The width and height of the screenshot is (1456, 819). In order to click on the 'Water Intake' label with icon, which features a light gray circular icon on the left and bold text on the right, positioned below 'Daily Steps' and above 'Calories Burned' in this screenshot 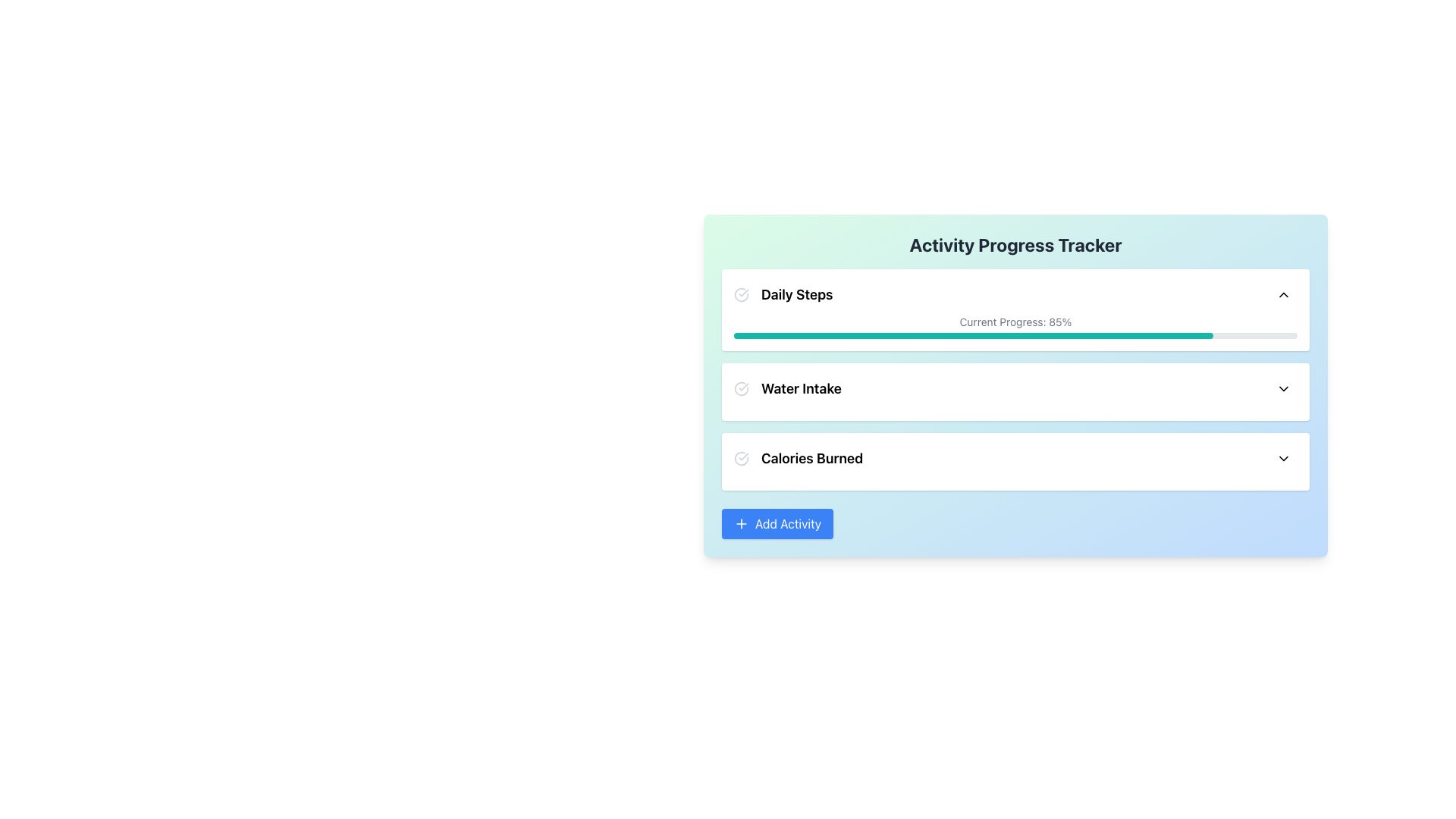, I will do `click(787, 388)`.